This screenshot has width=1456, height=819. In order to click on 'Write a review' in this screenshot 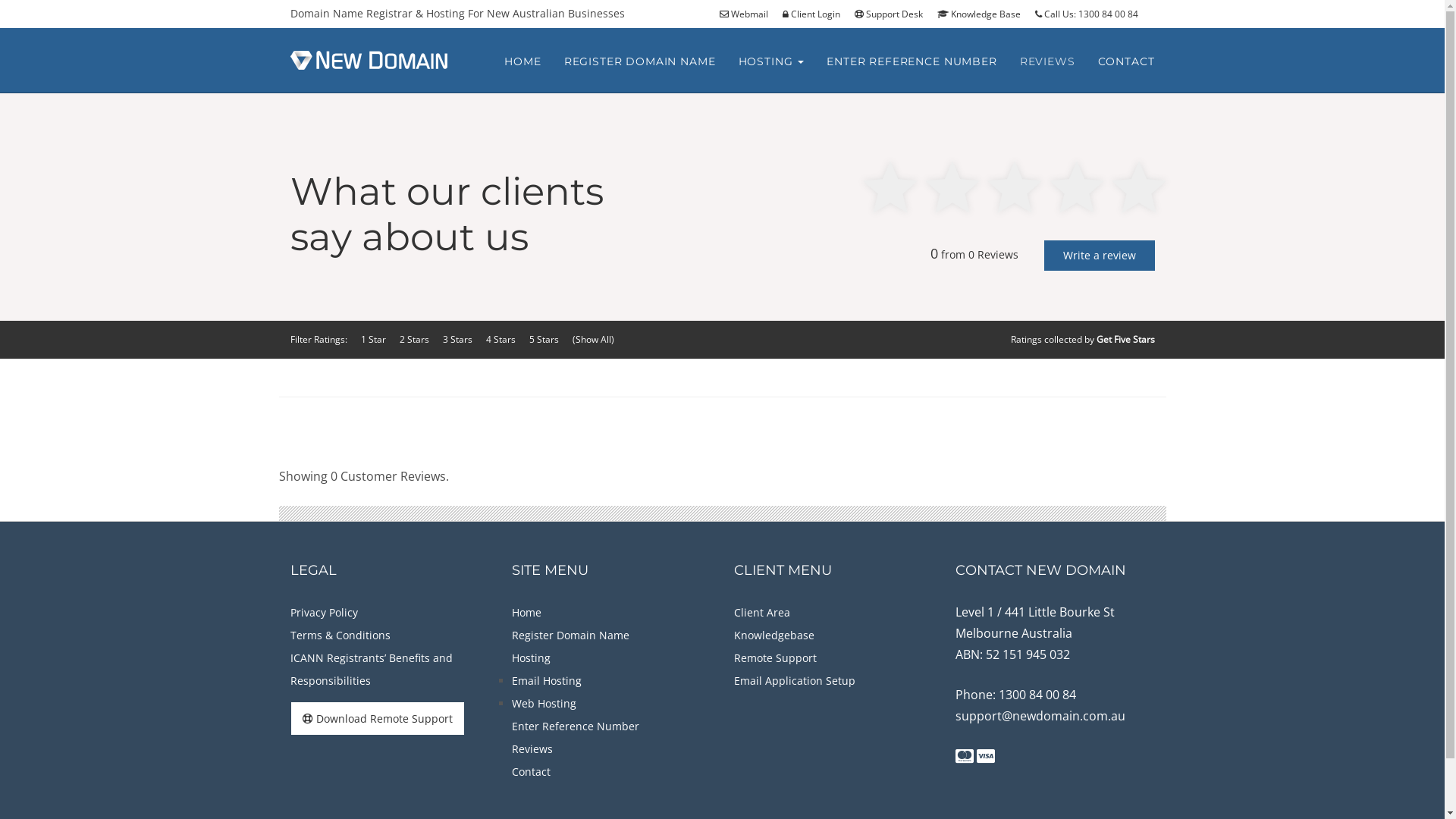, I will do `click(1099, 254)`.